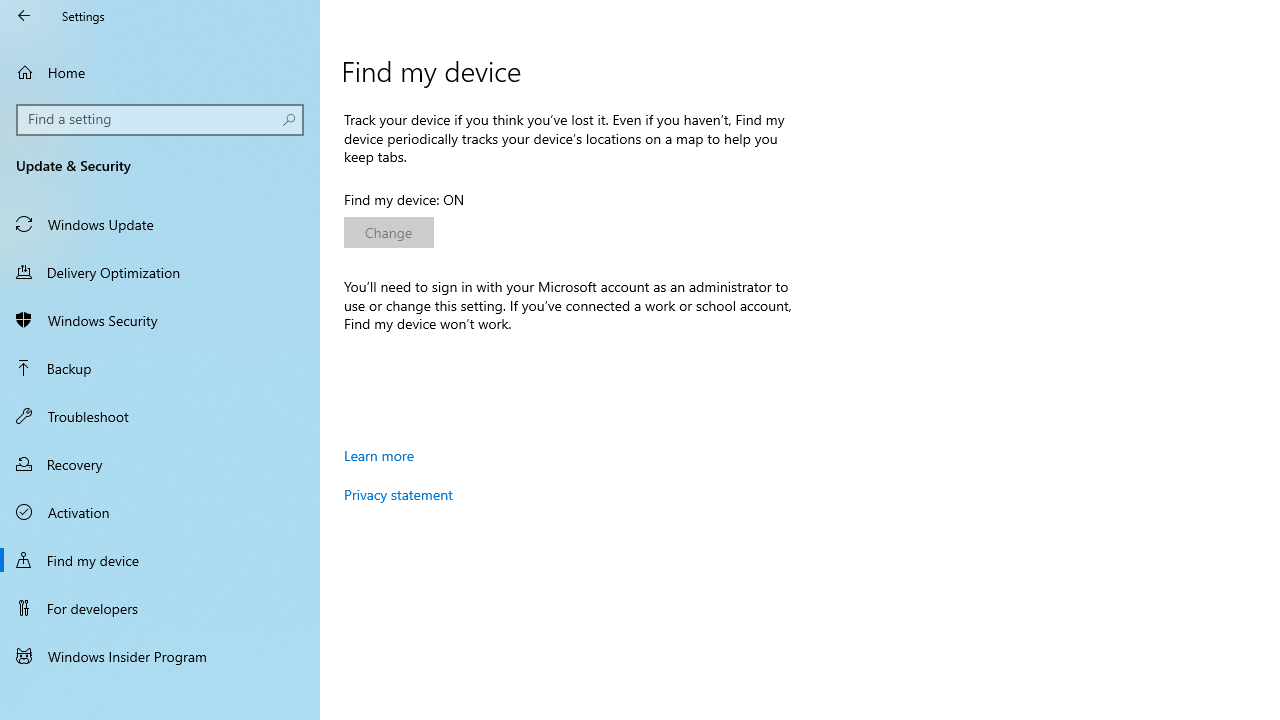  What do you see at coordinates (24, 15) in the screenshot?
I see `'Back'` at bounding box center [24, 15].